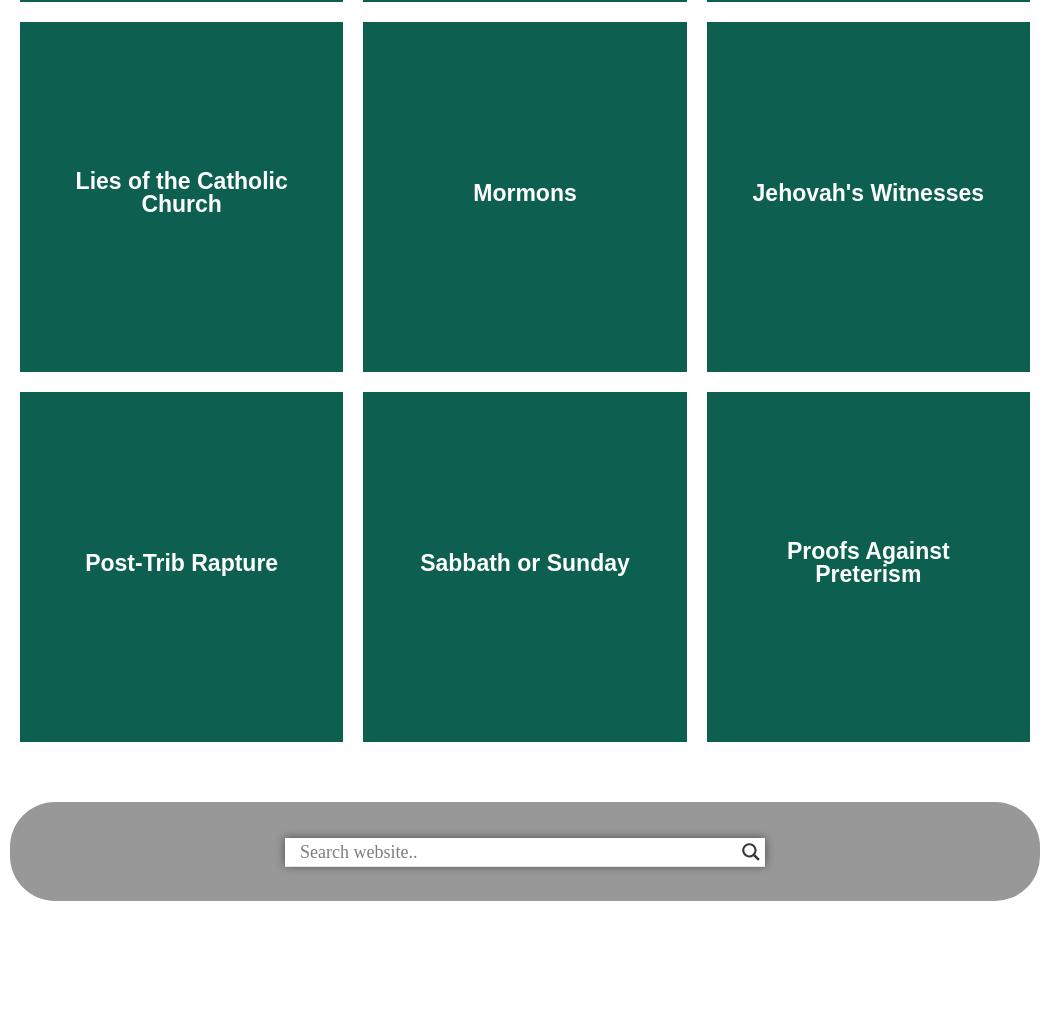 Image resolution: width=1050 pixels, height=1018 pixels. Describe the element at coordinates (69, 906) in the screenshot. I see `'Learn why the rapture occurs after the Tribulation, and not before.'` at that location.